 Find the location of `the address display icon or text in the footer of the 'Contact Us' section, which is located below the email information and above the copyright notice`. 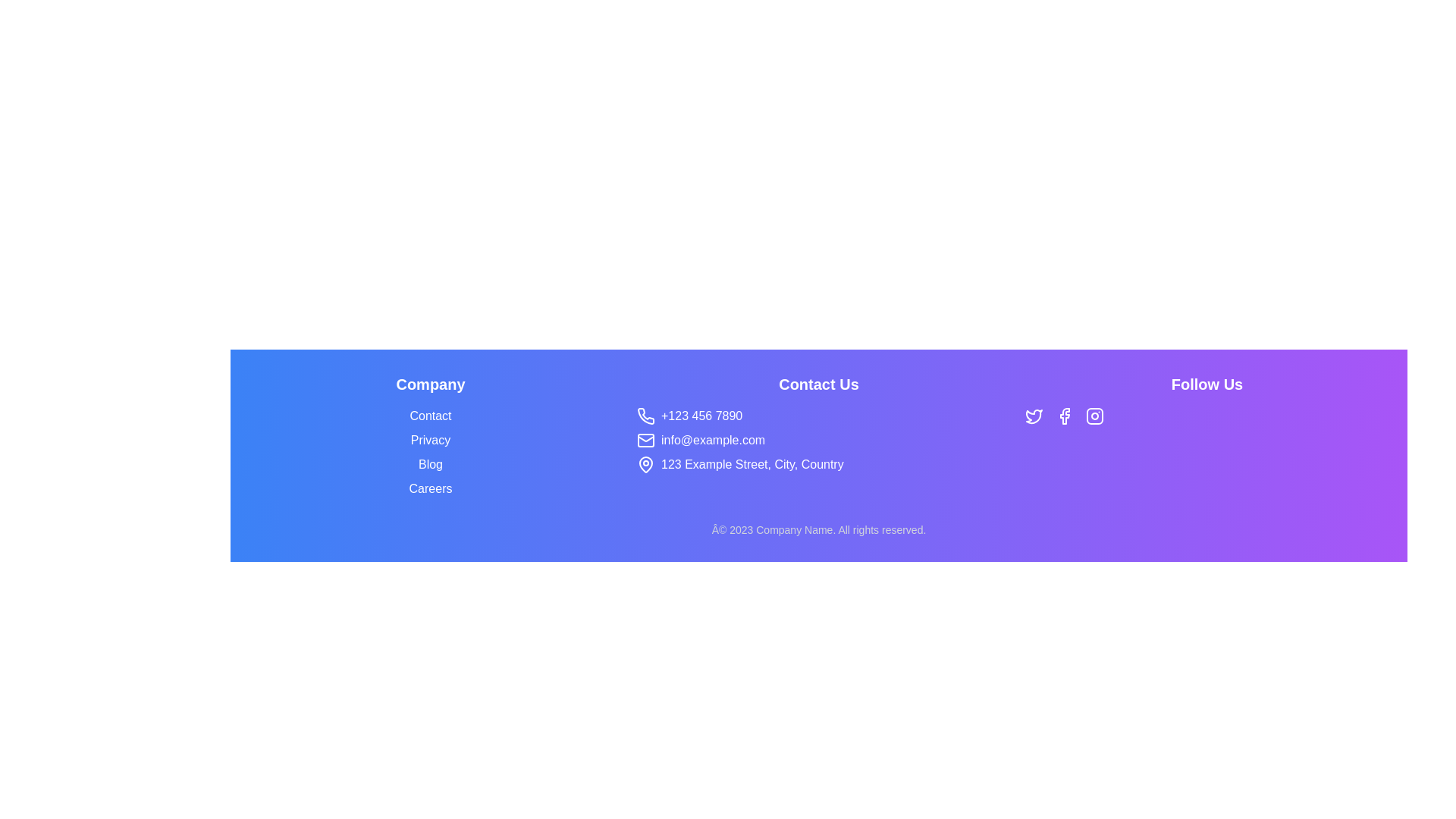

the address display icon or text in the footer of the 'Contact Us' section, which is located below the email information and above the copyright notice is located at coordinates (818, 464).